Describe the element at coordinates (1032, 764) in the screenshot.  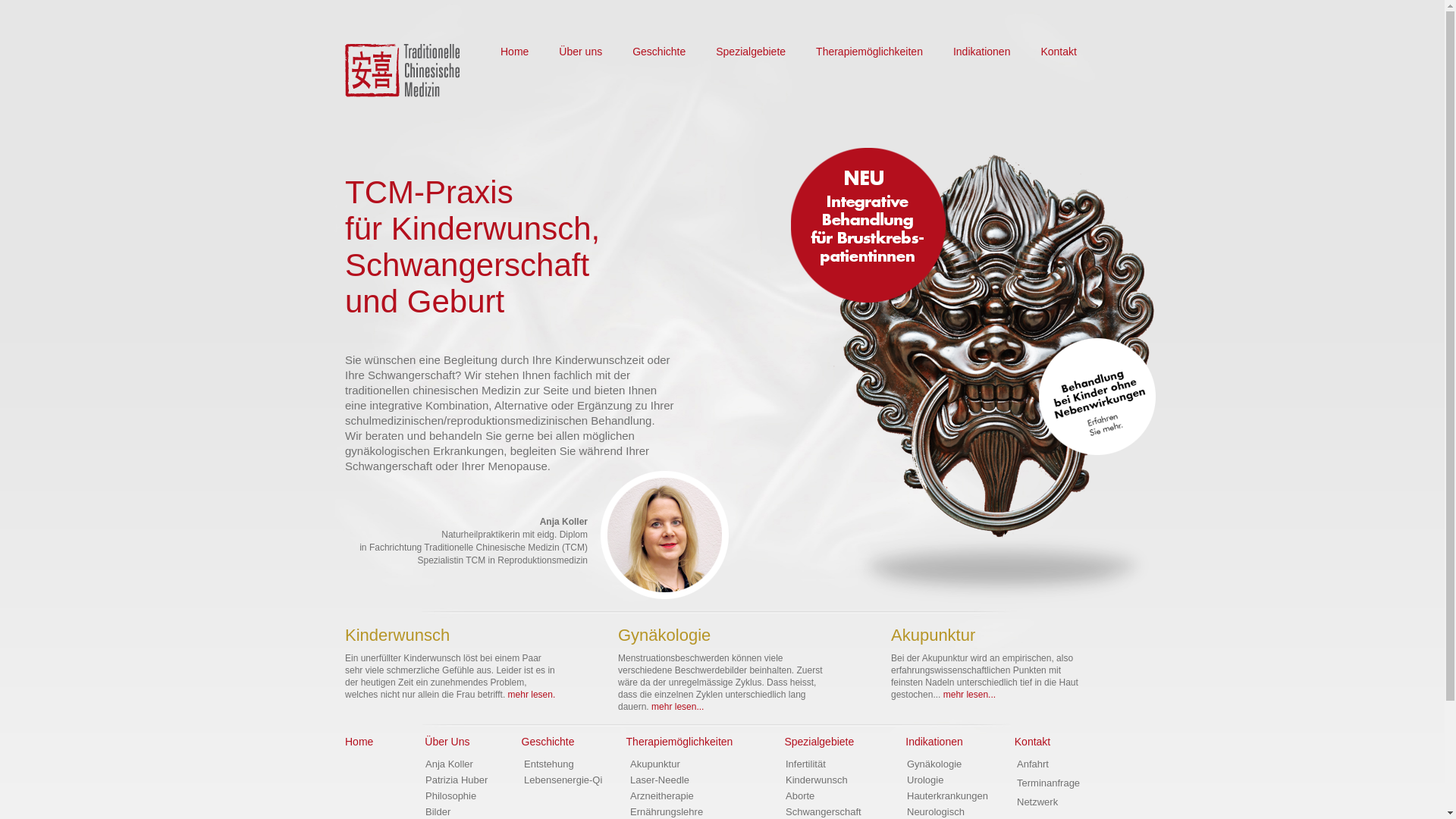
I see `'Anfahrt'` at that location.